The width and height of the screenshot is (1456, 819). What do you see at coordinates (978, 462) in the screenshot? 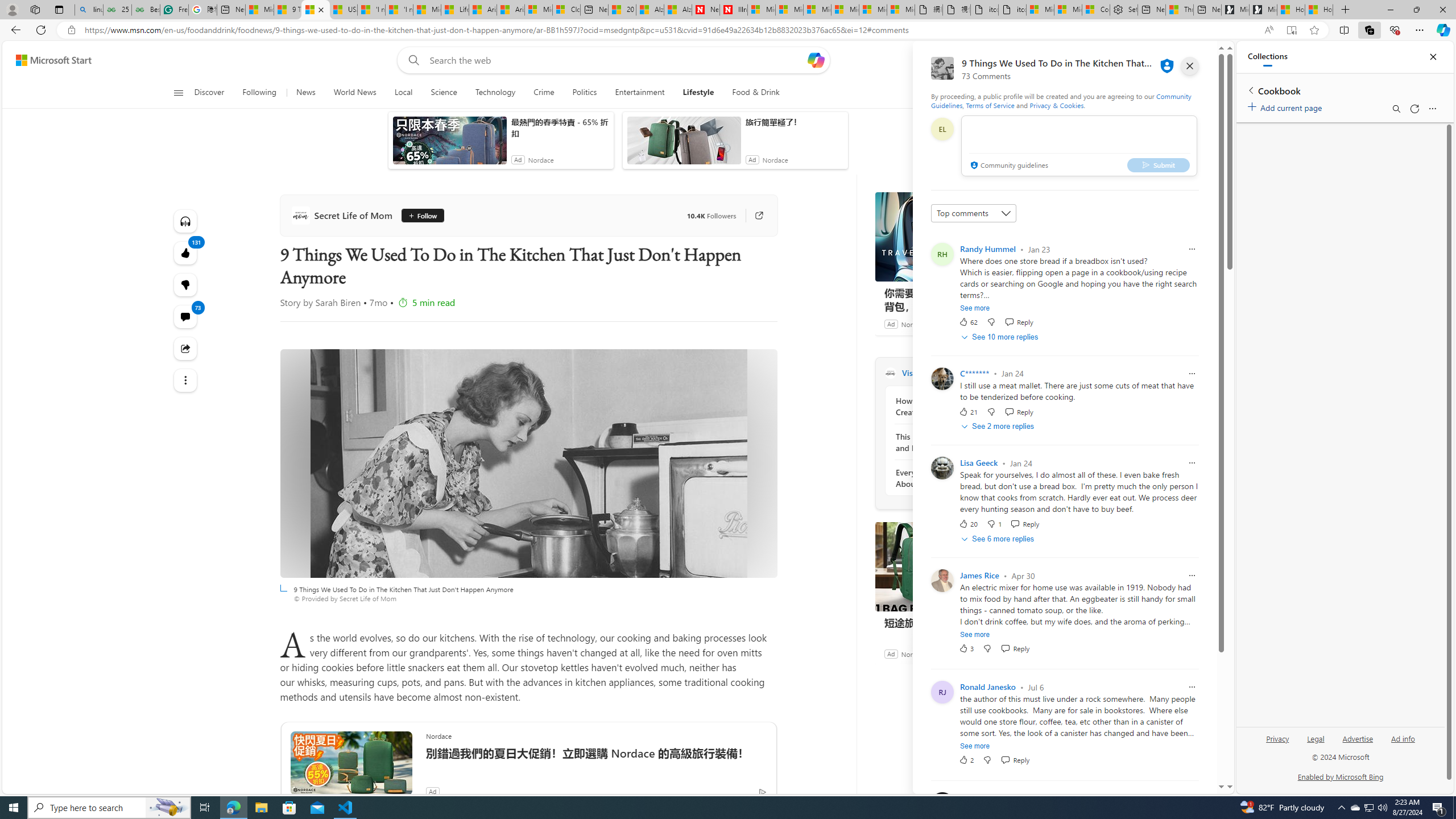
I see `'Lisa Geeck'` at bounding box center [978, 462].